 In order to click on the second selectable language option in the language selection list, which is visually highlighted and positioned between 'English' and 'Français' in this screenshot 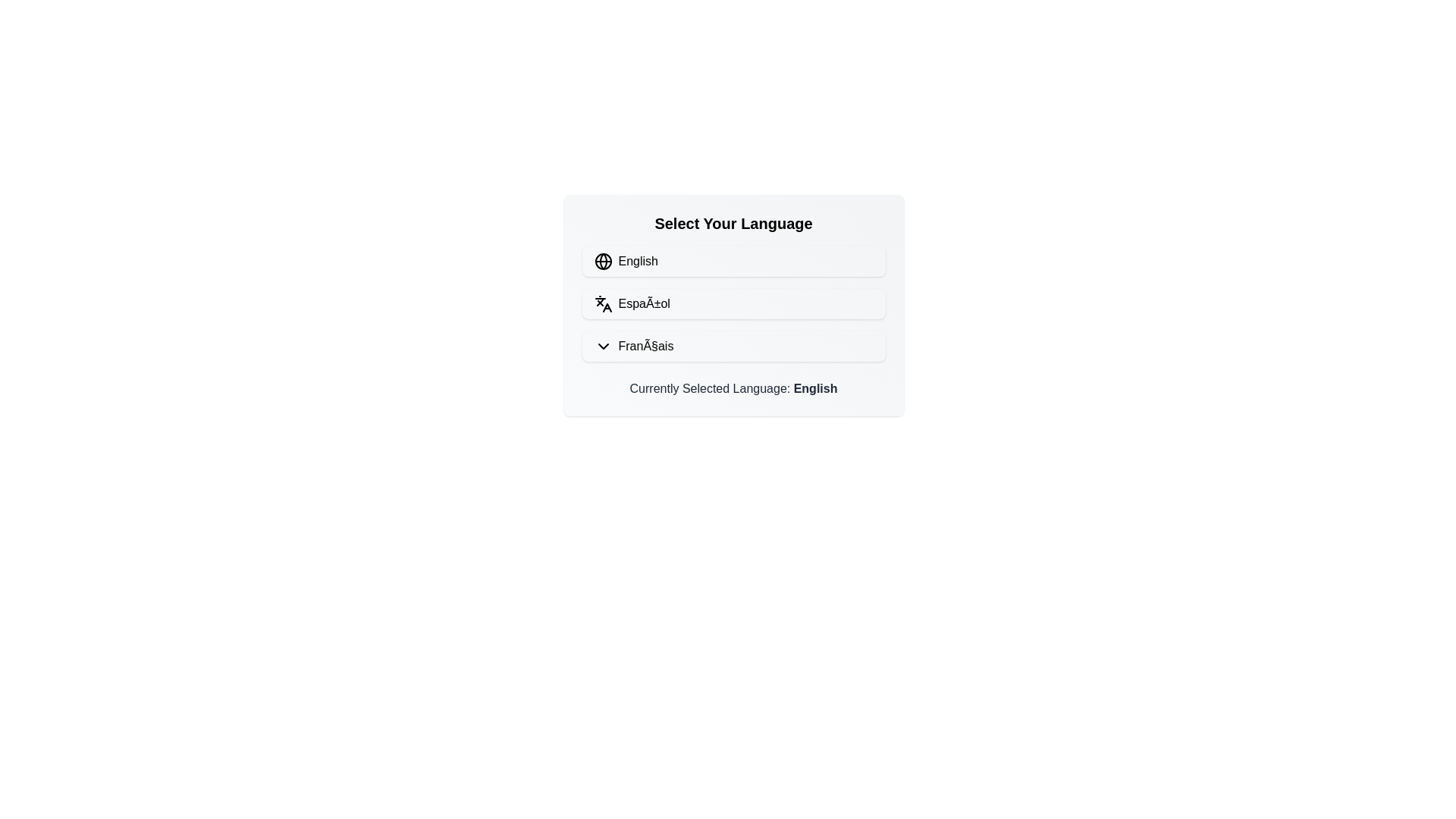, I will do `click(733, 305)`.